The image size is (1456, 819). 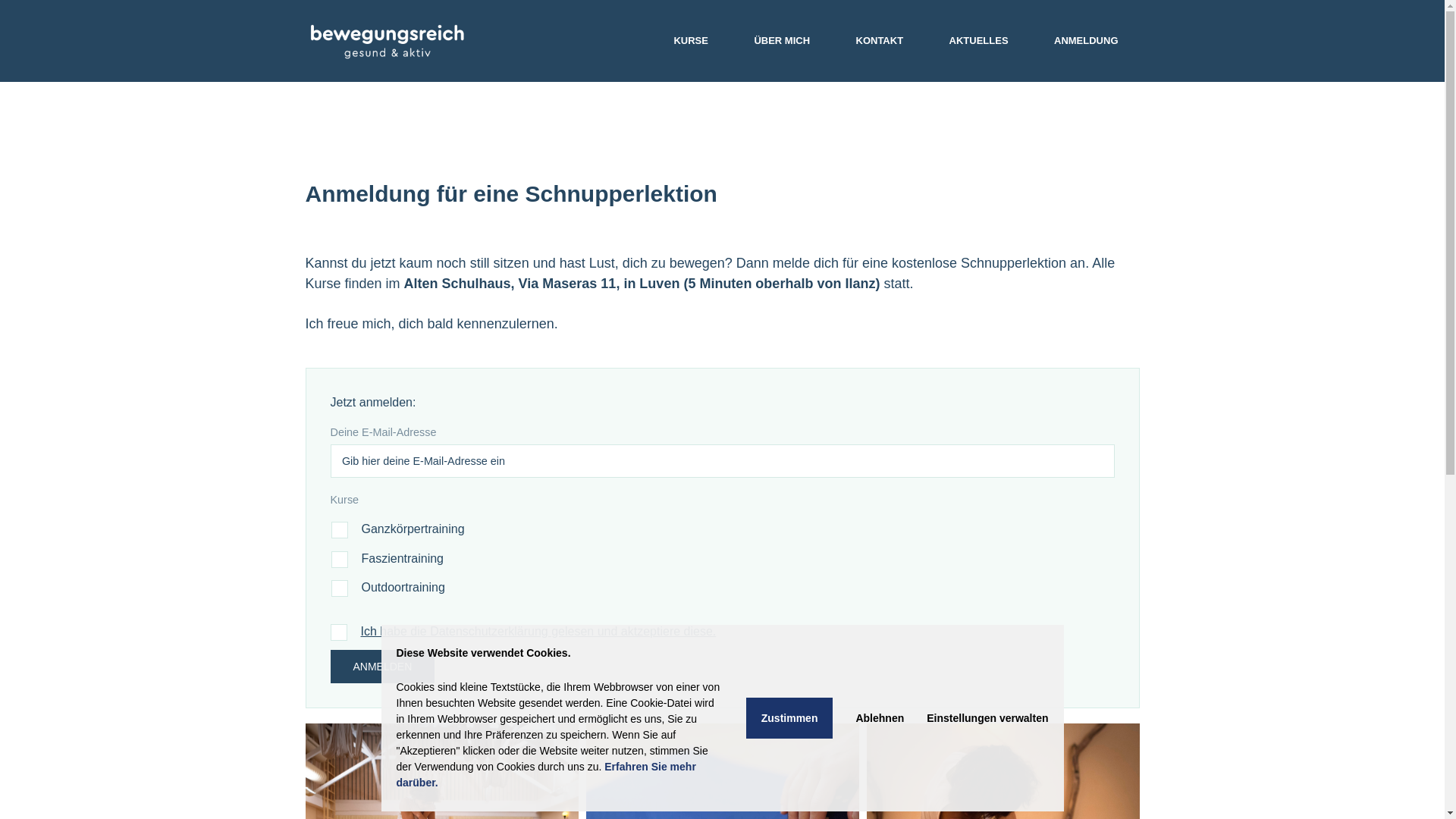 What do you see at coordinates (789, 717) in the screenshot?
I see `'Zustimmen'` at bounding box center [789, 717].